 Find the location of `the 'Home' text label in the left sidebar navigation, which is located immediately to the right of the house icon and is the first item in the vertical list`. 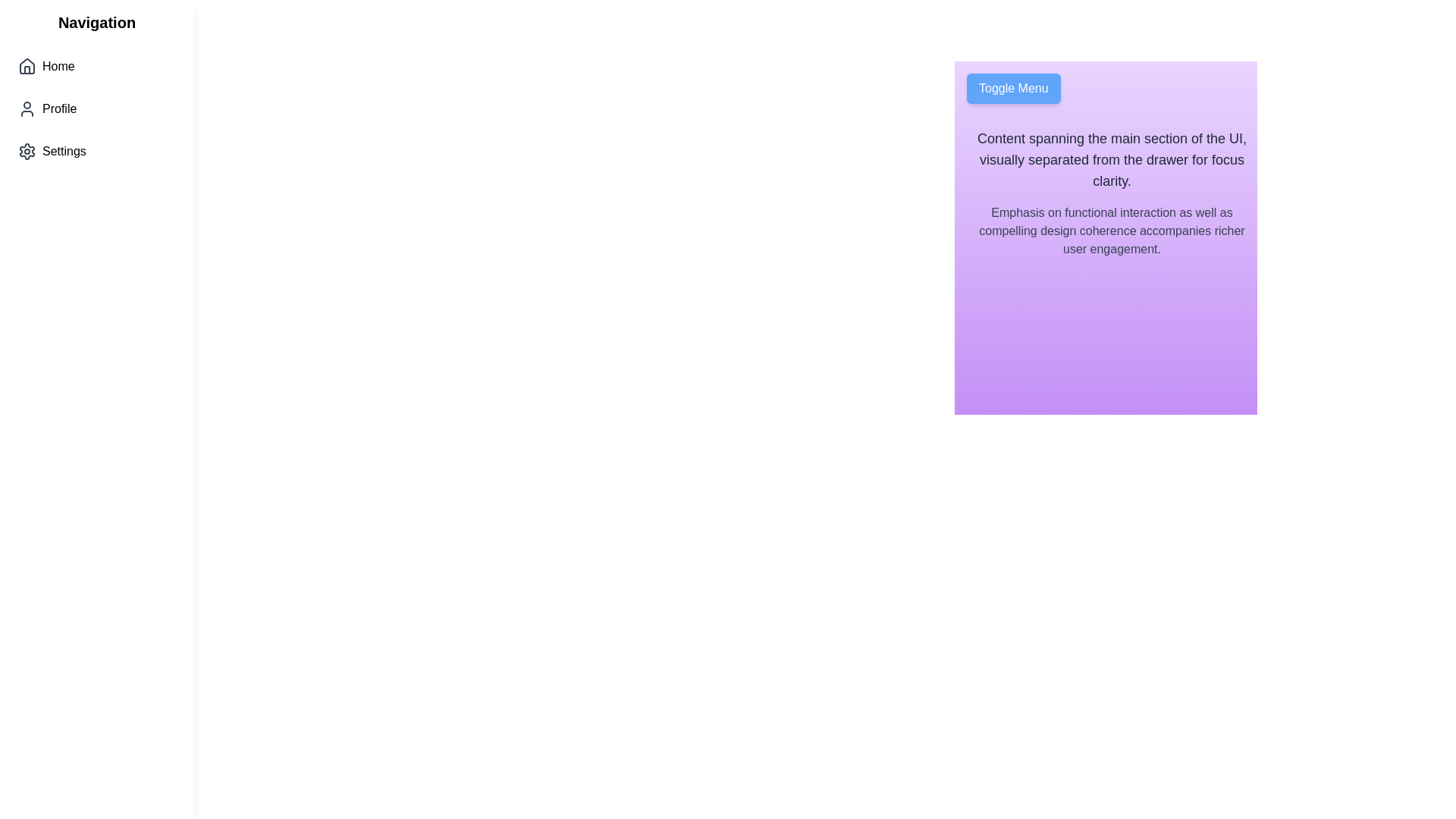

the 'Home' text label in the left sidebar navigation, which is located immediately to the right of the house icon and is the first item in the vertical list is located at coordinates (58, 66).